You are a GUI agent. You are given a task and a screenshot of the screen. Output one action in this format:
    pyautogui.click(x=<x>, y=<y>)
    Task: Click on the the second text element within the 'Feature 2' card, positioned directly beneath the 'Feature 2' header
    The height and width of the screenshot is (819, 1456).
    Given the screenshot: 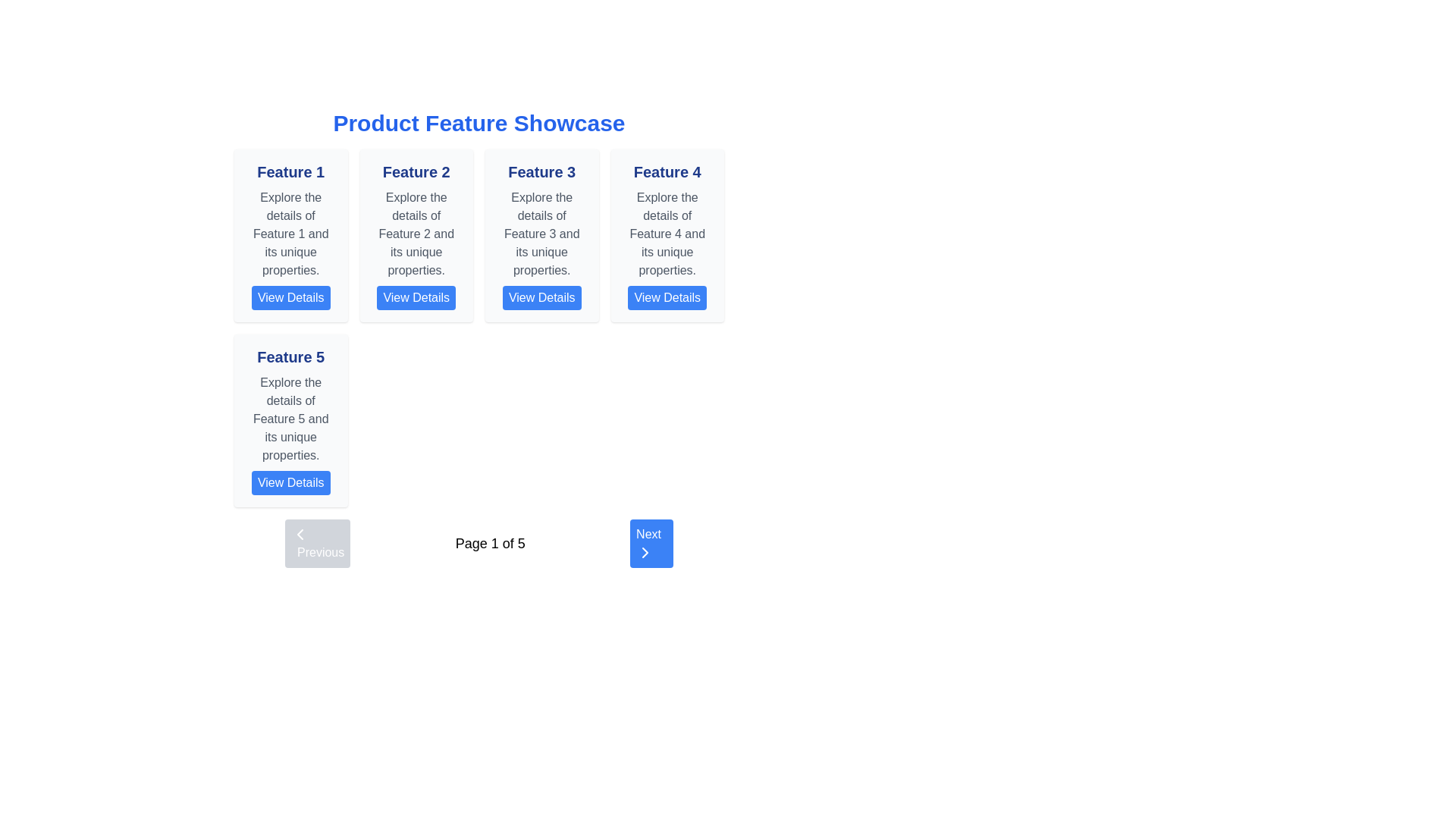 What is the action you would take?
    pyautogui.click(x=416, y=234)
    